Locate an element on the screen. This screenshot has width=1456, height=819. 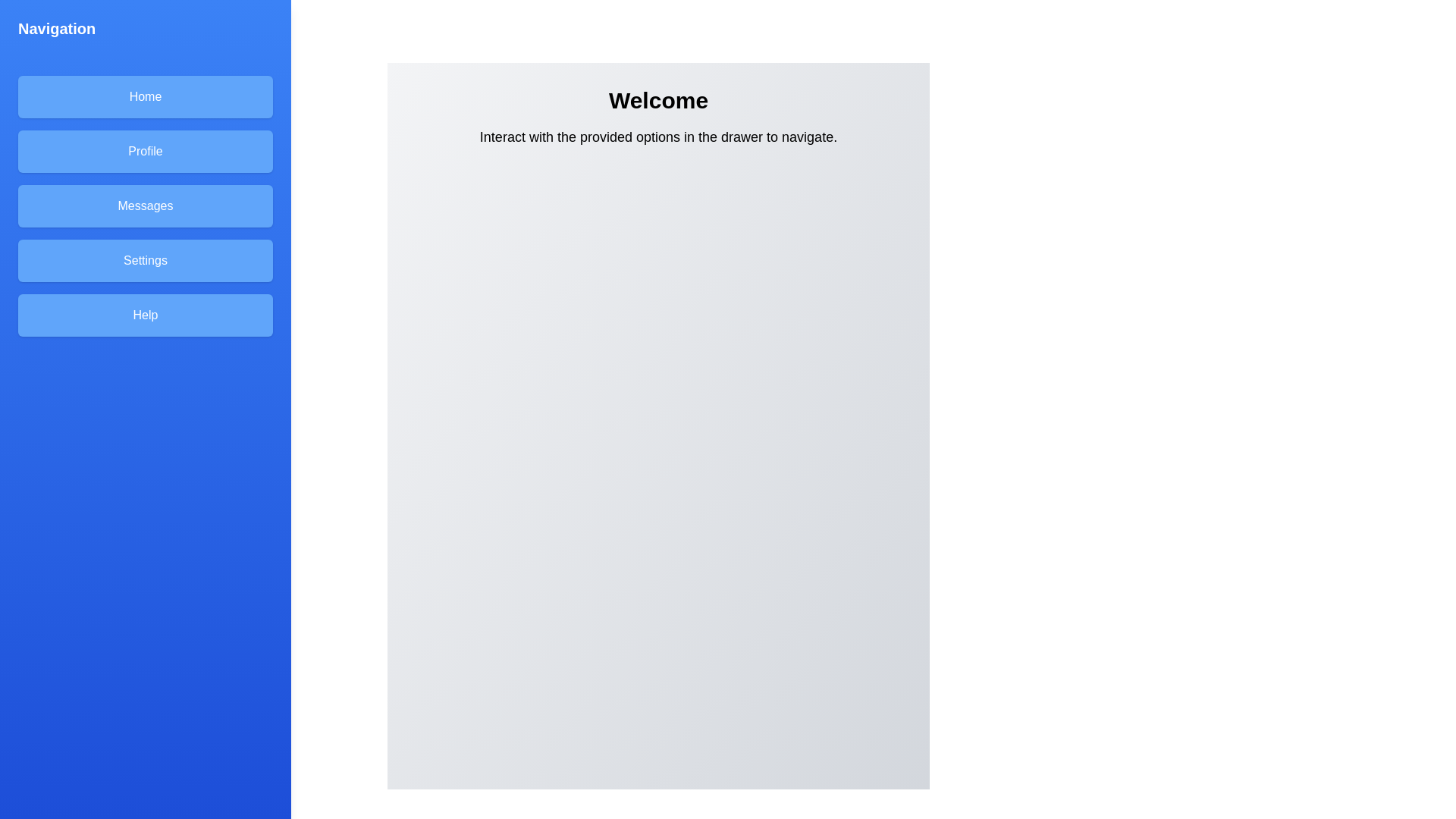
floating button located at the top-left corner of the screen to toggle the drawer is located at coordinates (40, 40).